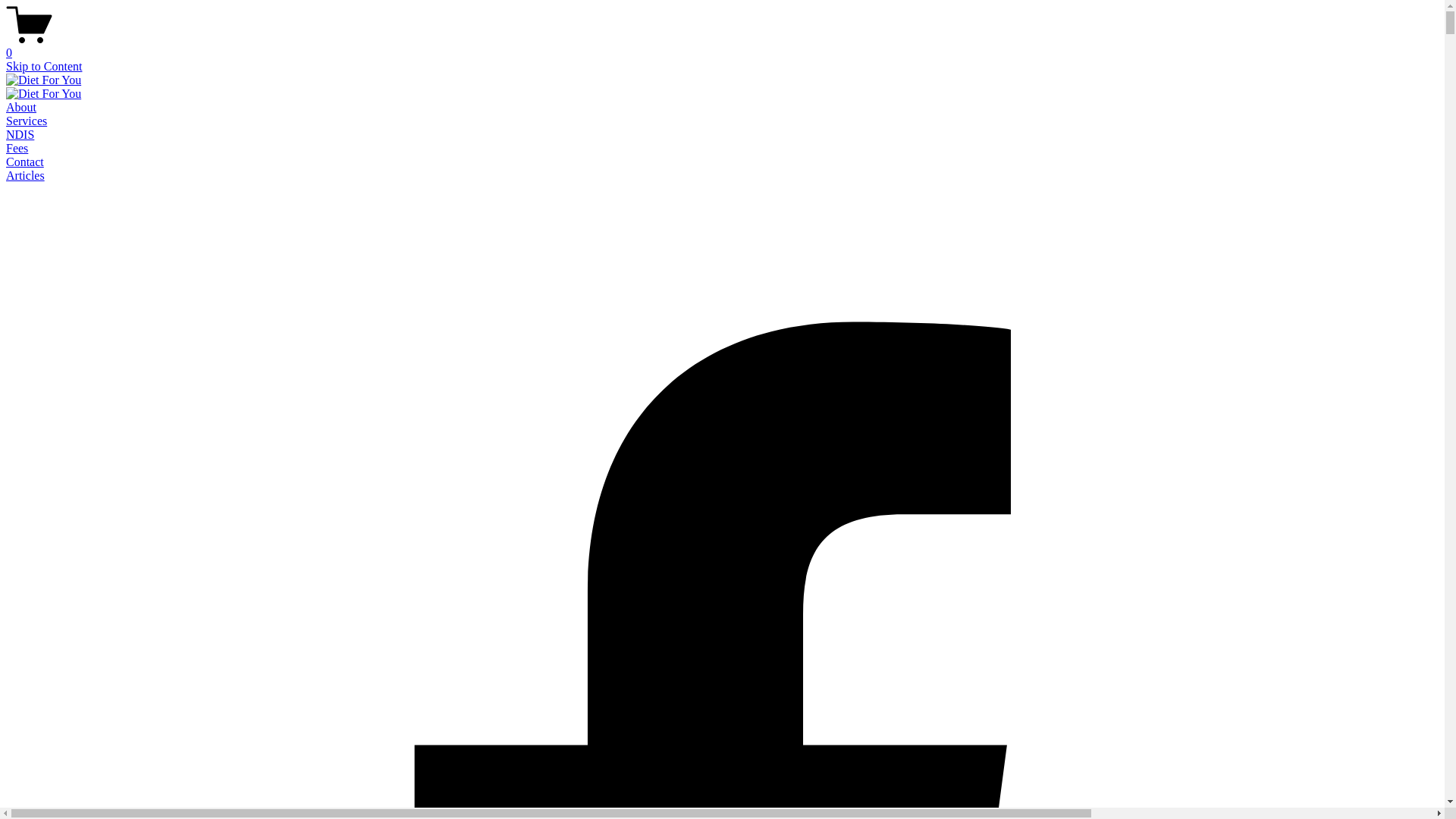 This screenshot has width=1456, height=819. Describe the element at coordinates (17, 148) in the screenshot. I see `'Fees'` at that location.